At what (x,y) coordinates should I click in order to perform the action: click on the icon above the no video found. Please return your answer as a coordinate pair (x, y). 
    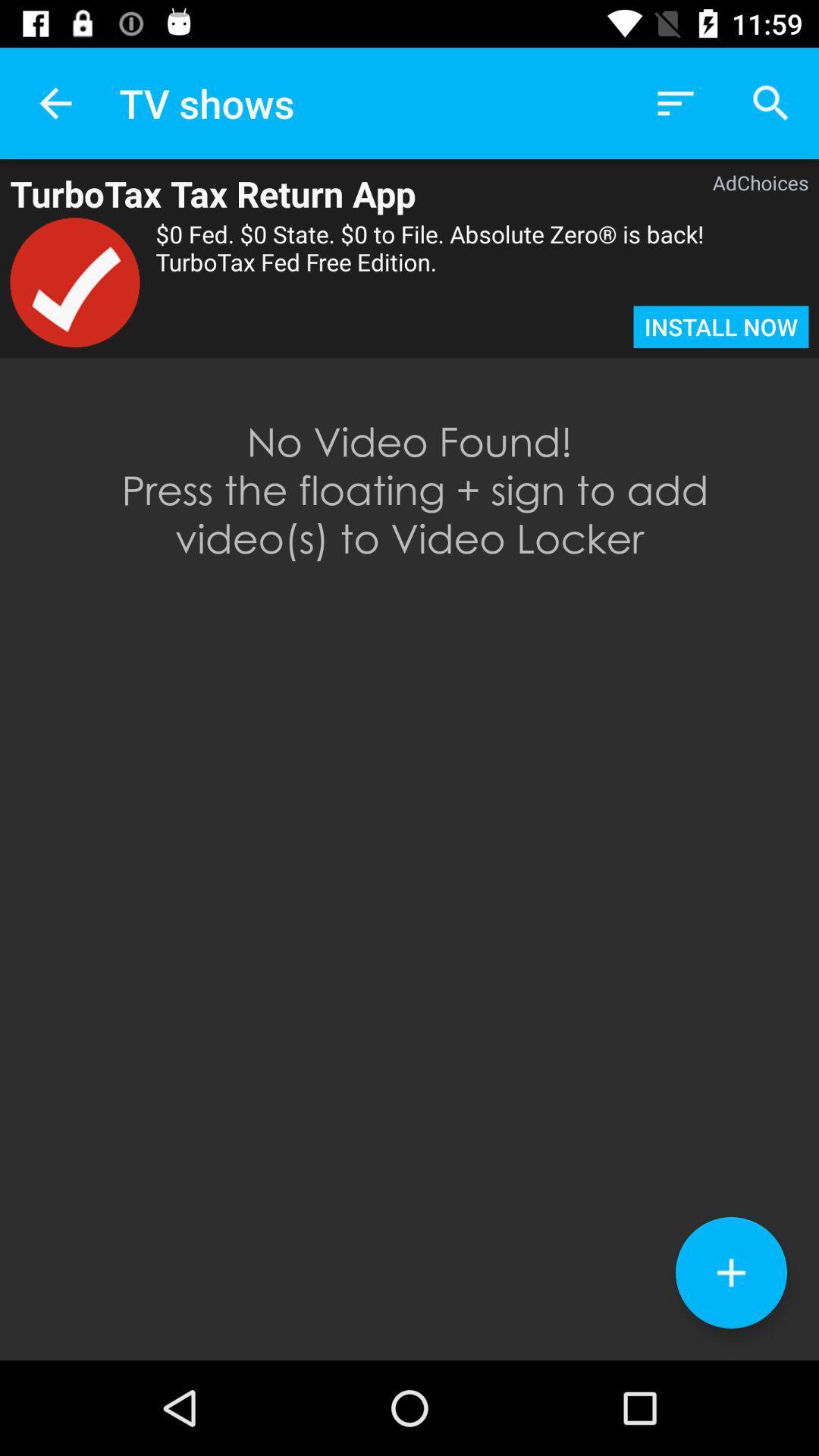
    Looking at the image, I should click on (75, 282).